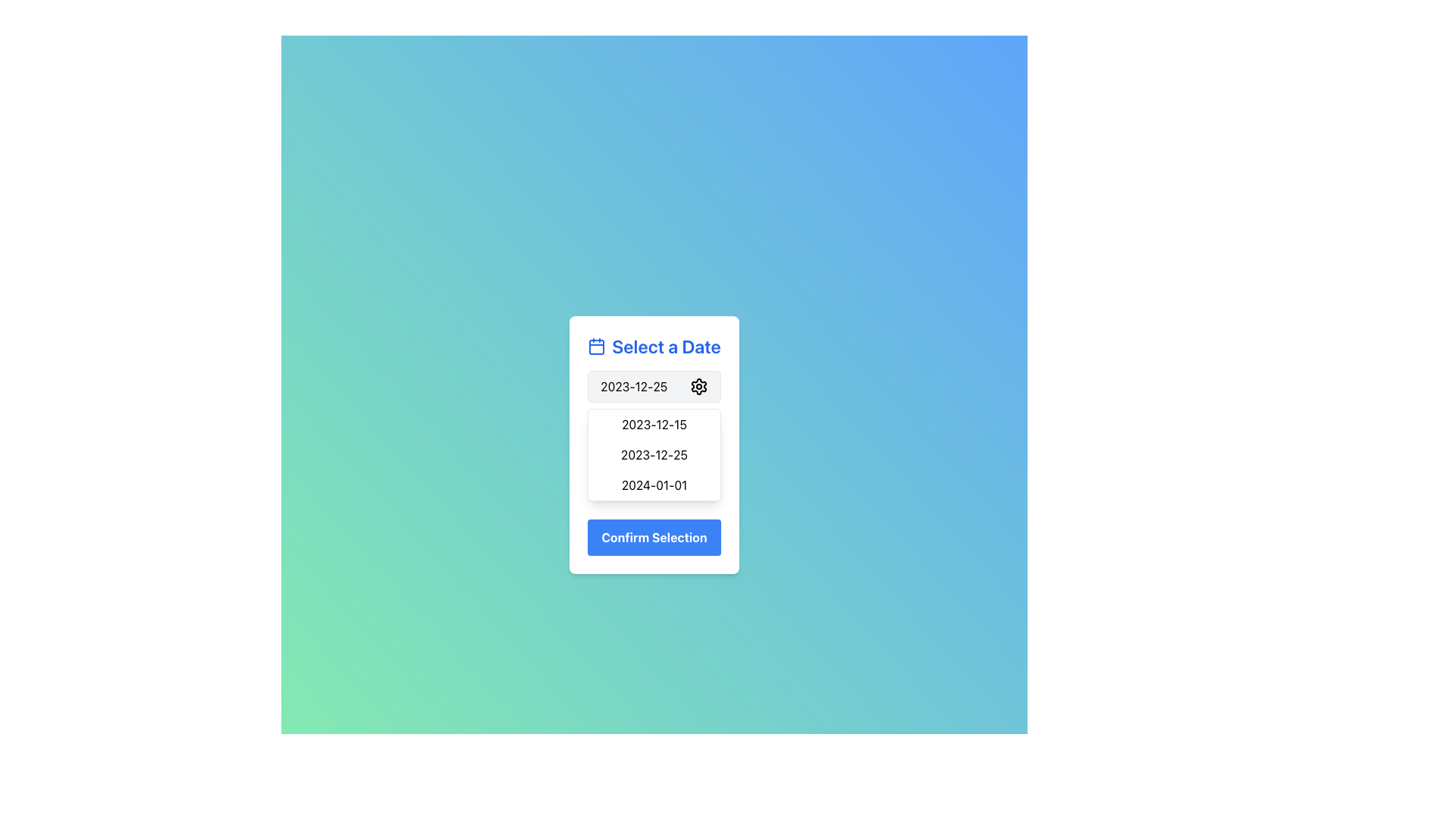 This screenshot has width=1456, height=819. What do you see at coordinates (654, 385) in the screenshot?
I see `the dropdown item displaying '2023-12-25'` at bounding box center [654, 385].